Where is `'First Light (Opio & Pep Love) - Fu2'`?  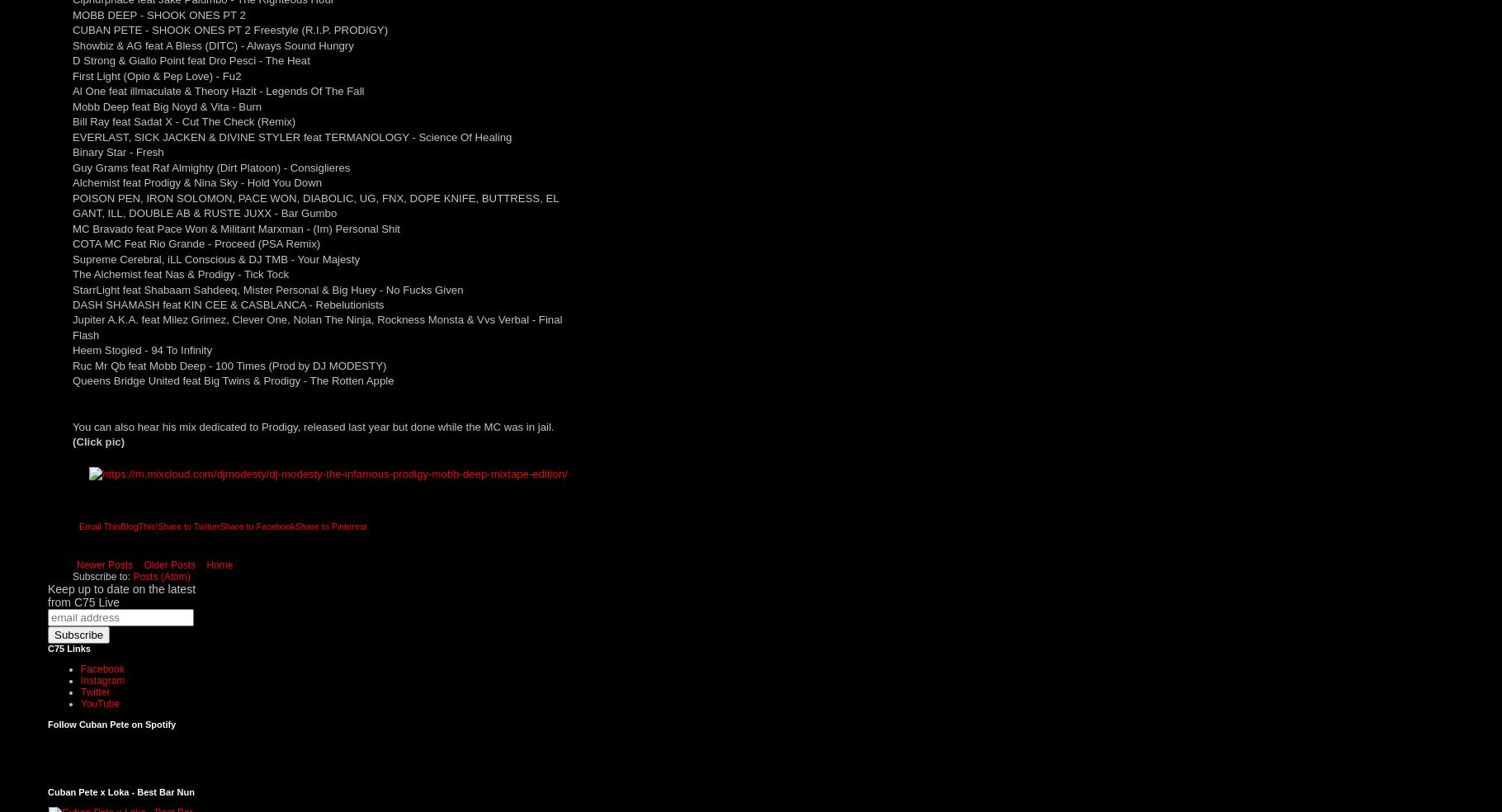 'First Light (Opio & Pep Love) - Fu2' is located at coordinates (157, 74).